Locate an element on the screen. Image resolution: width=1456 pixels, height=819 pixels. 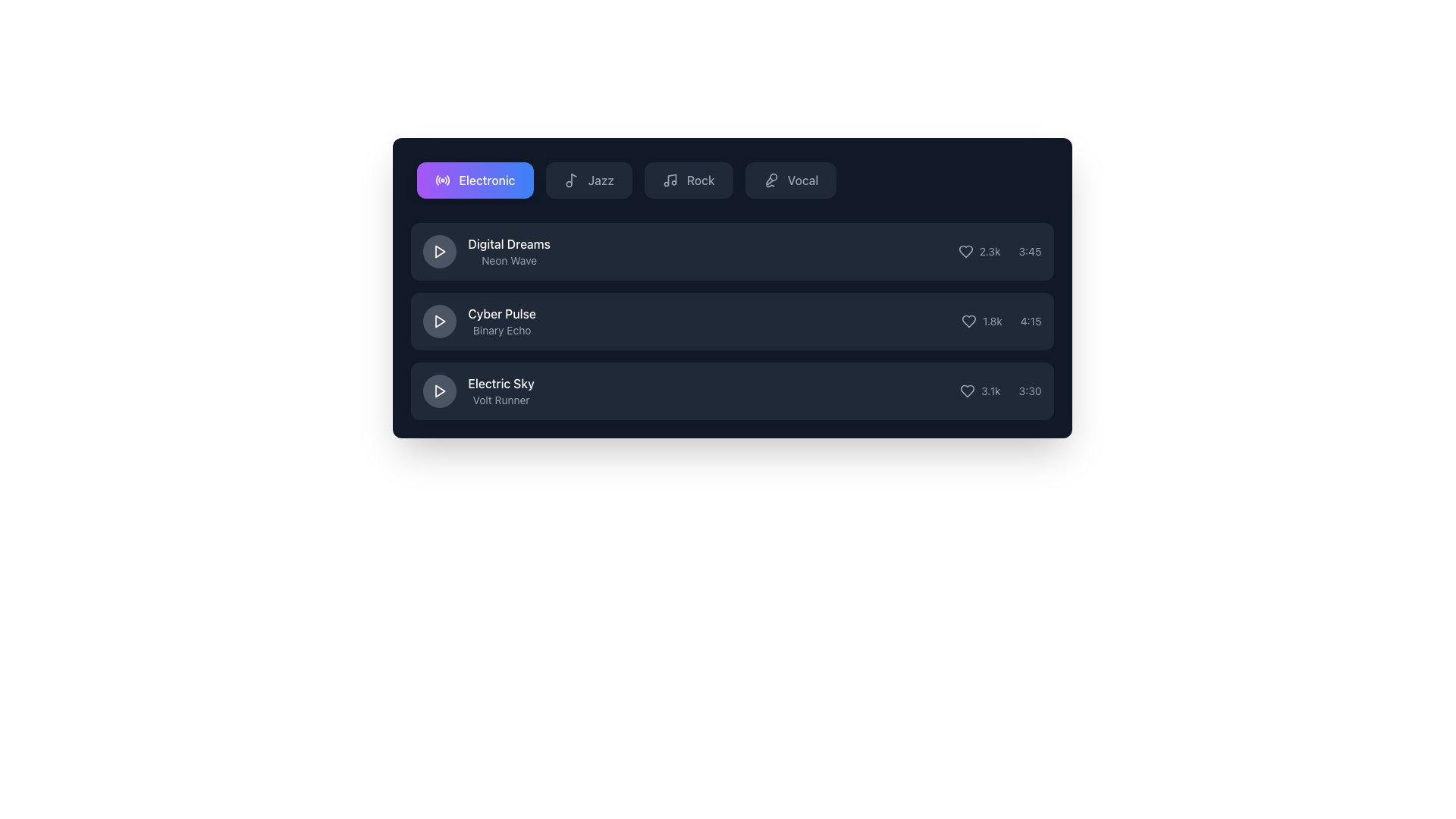
the radio device icon located on the left side inside the 'Electronic' button, which has a gradient purple to blue background is located at coordinates (441, 180).